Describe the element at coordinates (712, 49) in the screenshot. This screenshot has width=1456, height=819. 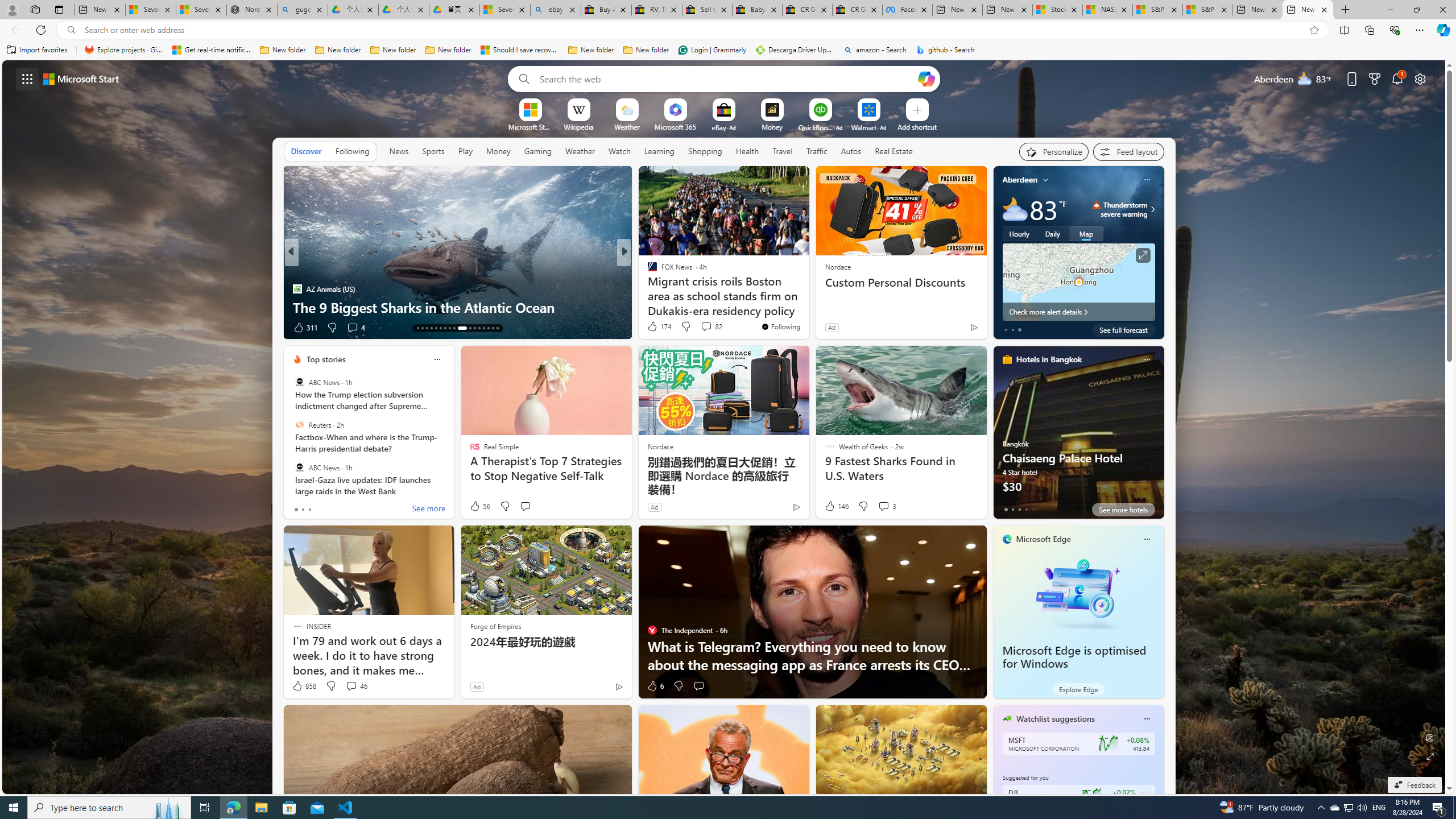
I see `'Login | Grammarly'` at that location.